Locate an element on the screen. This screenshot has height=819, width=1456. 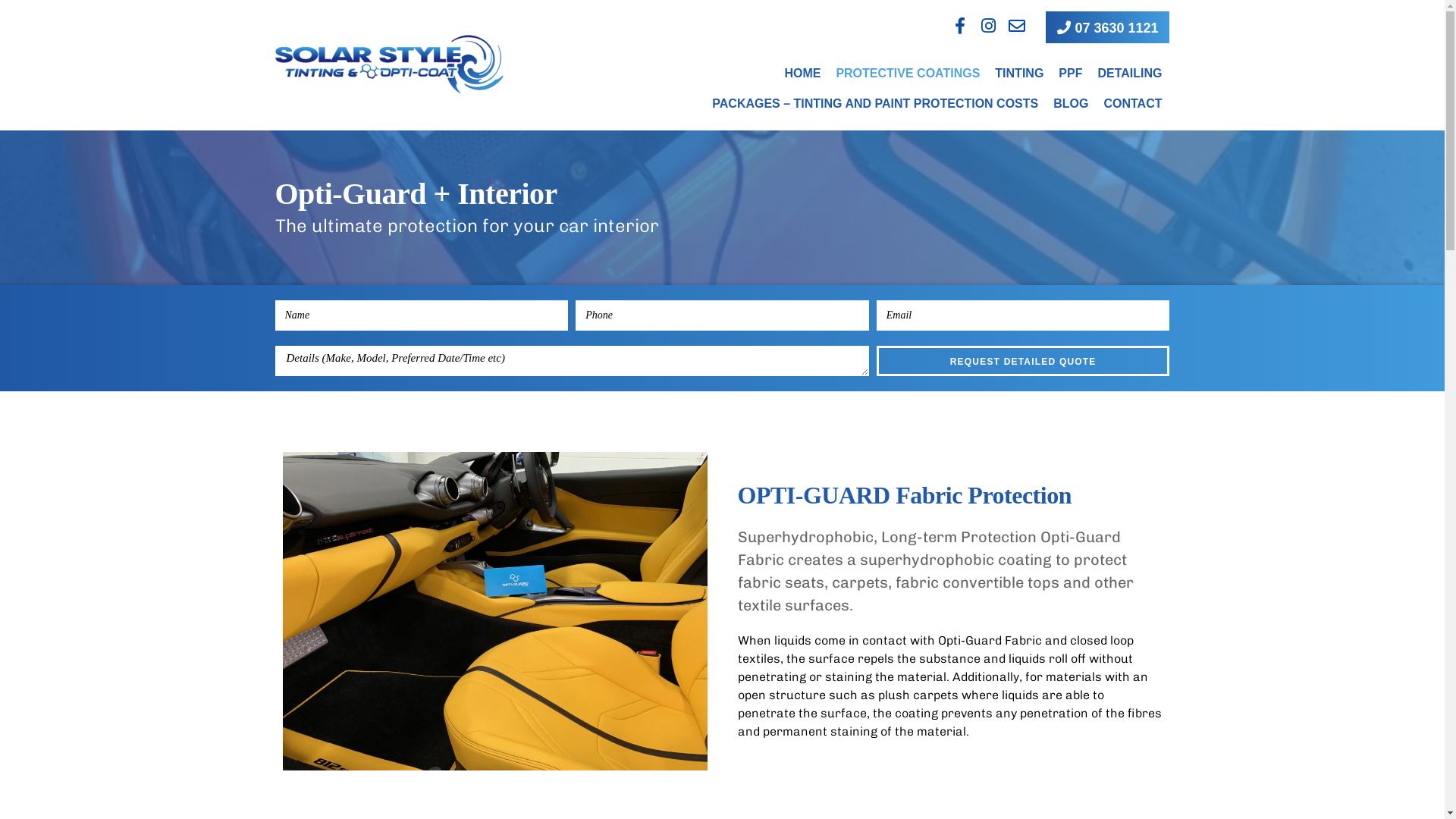
'TINTING' is located at coordinates (987, 73).